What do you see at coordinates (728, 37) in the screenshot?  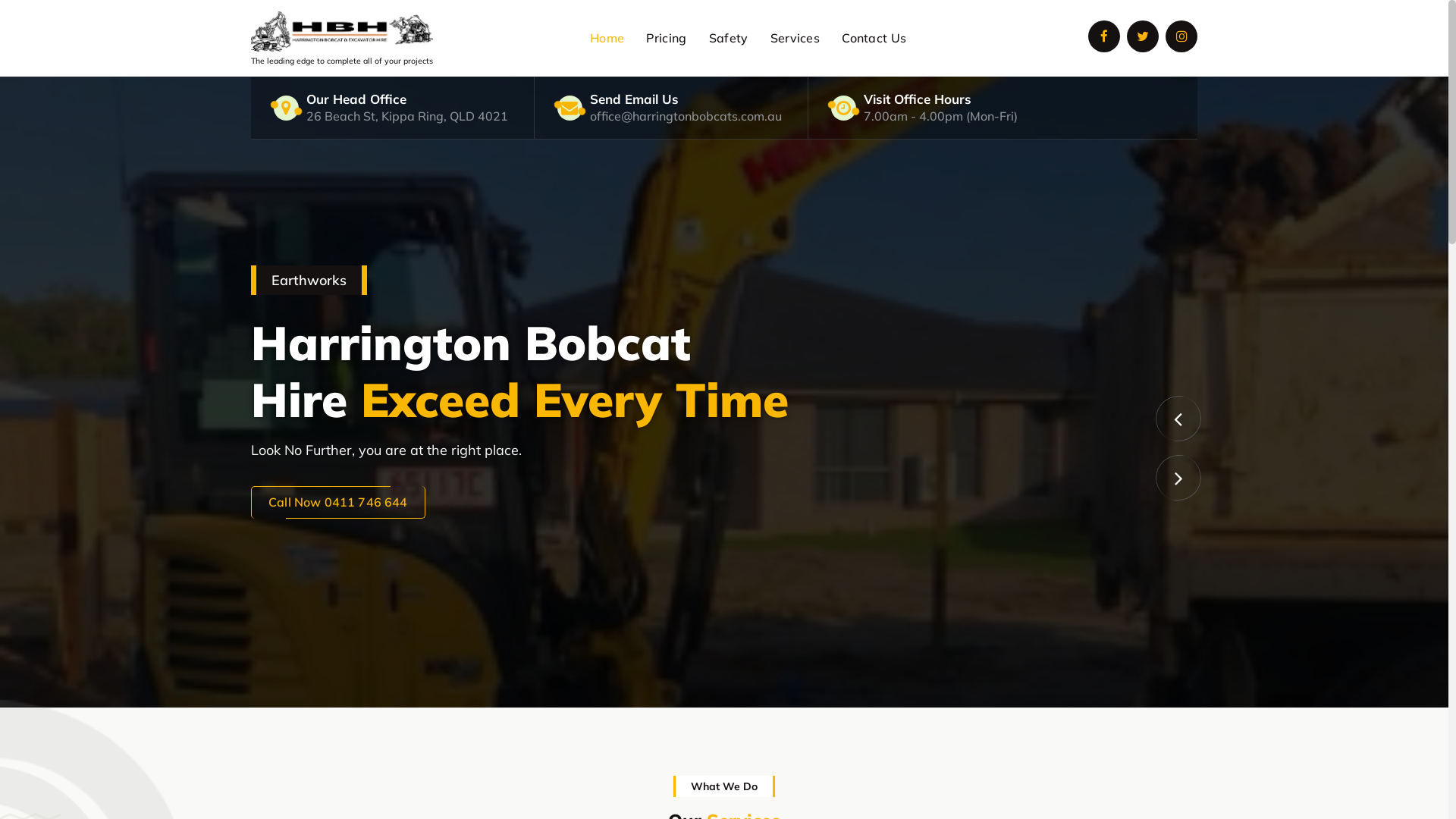 I see `'Safety'` at bounding box center [728, 37].